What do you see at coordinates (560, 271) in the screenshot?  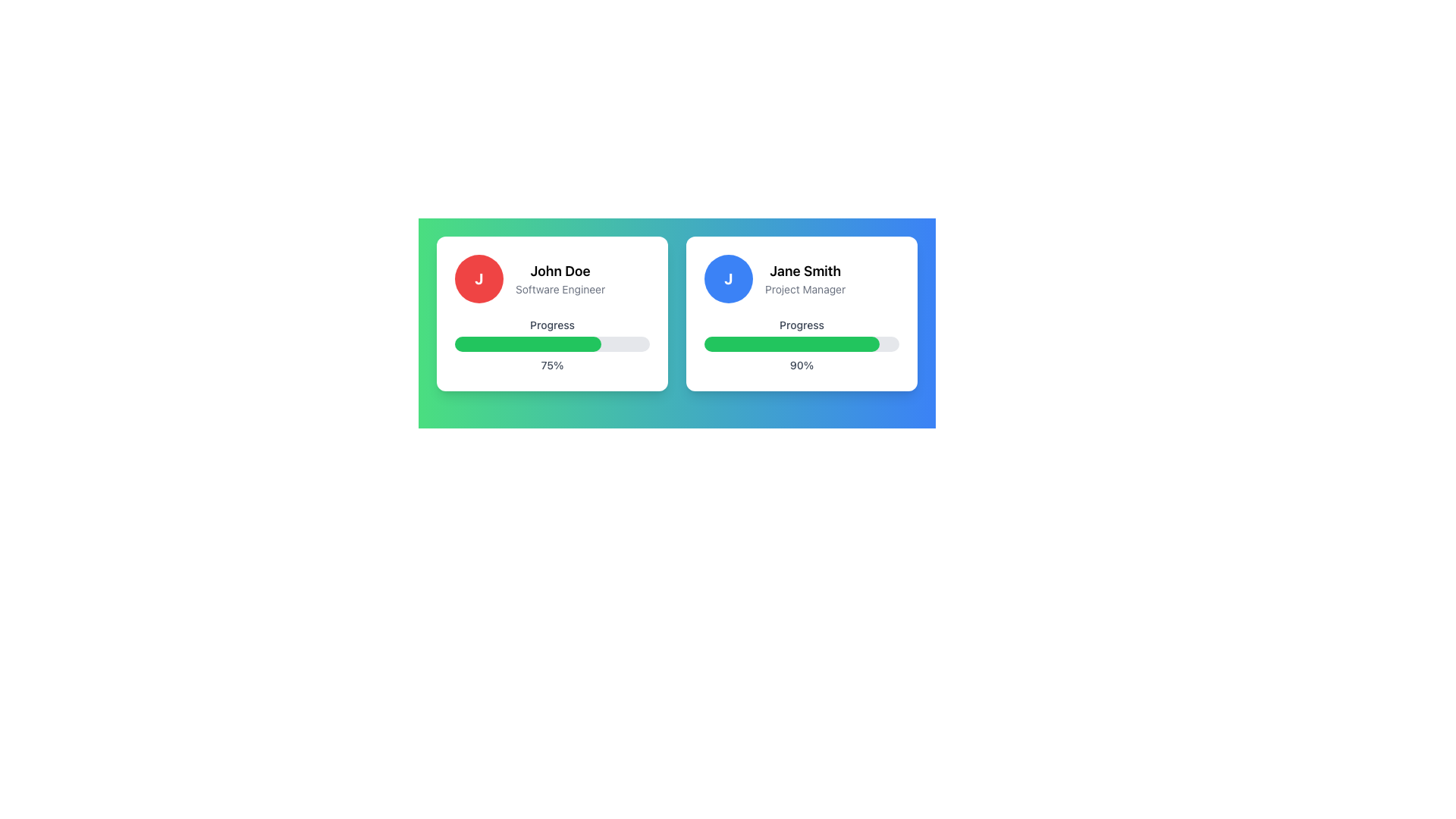 I see `user's name displayed in the text label, which shows 'John Doe' at the top-left card of the user card layout` at bounding box center [560, 271].